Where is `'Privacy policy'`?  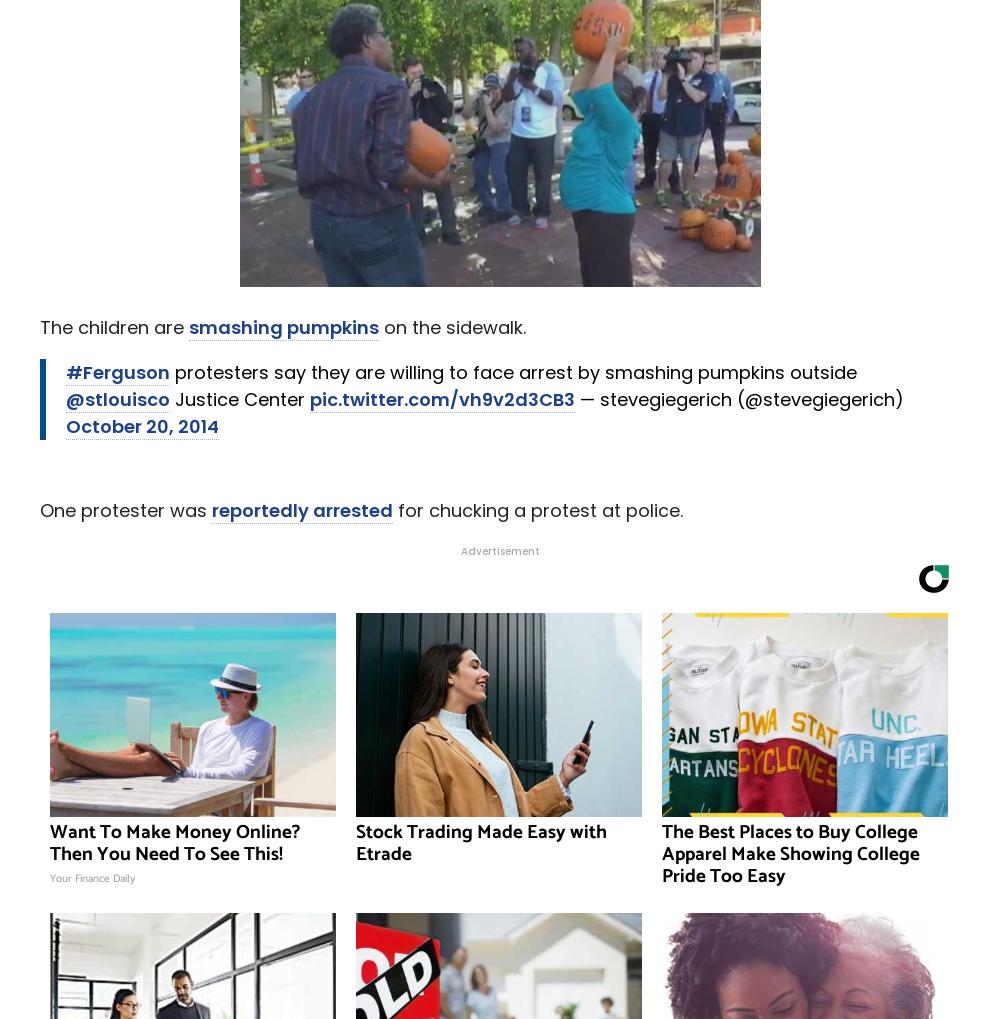
'Privacy policy' is located at coordinates (560, 979).